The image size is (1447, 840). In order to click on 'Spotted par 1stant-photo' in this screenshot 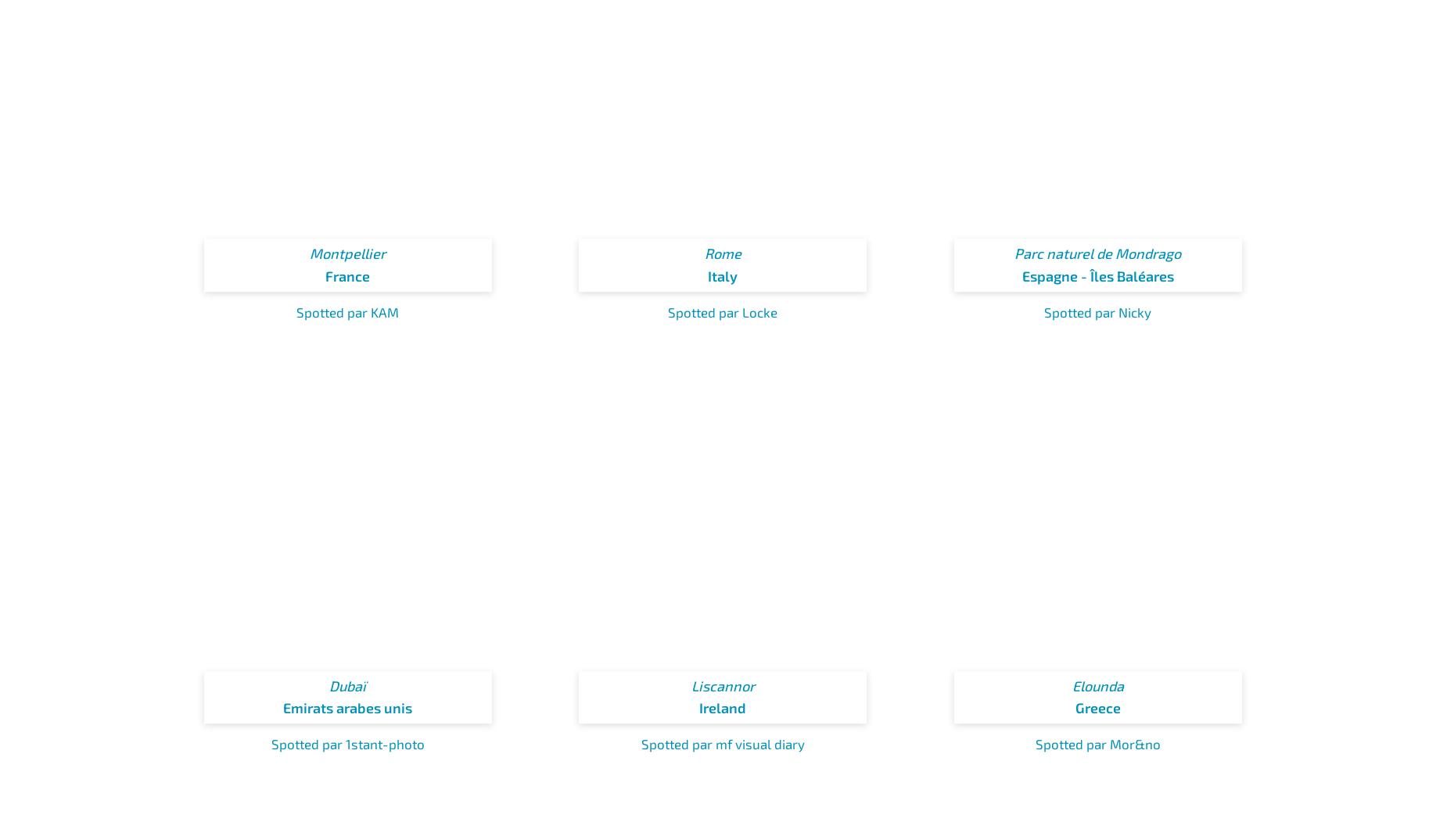, I will do `click(346, 744)`.